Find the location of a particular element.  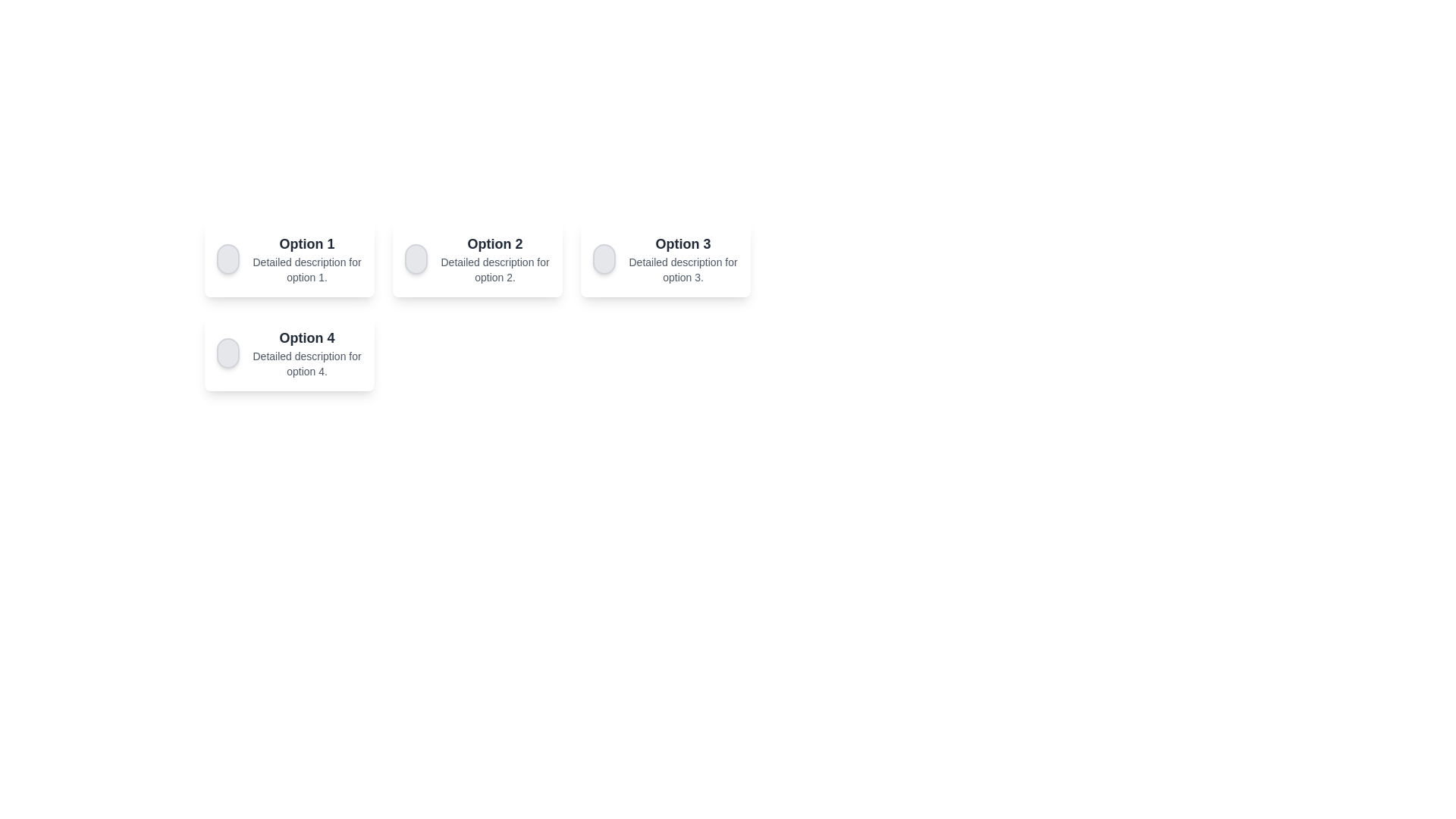

the text label 'Option 2', which is styled with a bold font and dark gray color, located in the top row and second column of a grid, directly below the graphical toggle switch for 'Option 2' is located at coordinates (494, 243).